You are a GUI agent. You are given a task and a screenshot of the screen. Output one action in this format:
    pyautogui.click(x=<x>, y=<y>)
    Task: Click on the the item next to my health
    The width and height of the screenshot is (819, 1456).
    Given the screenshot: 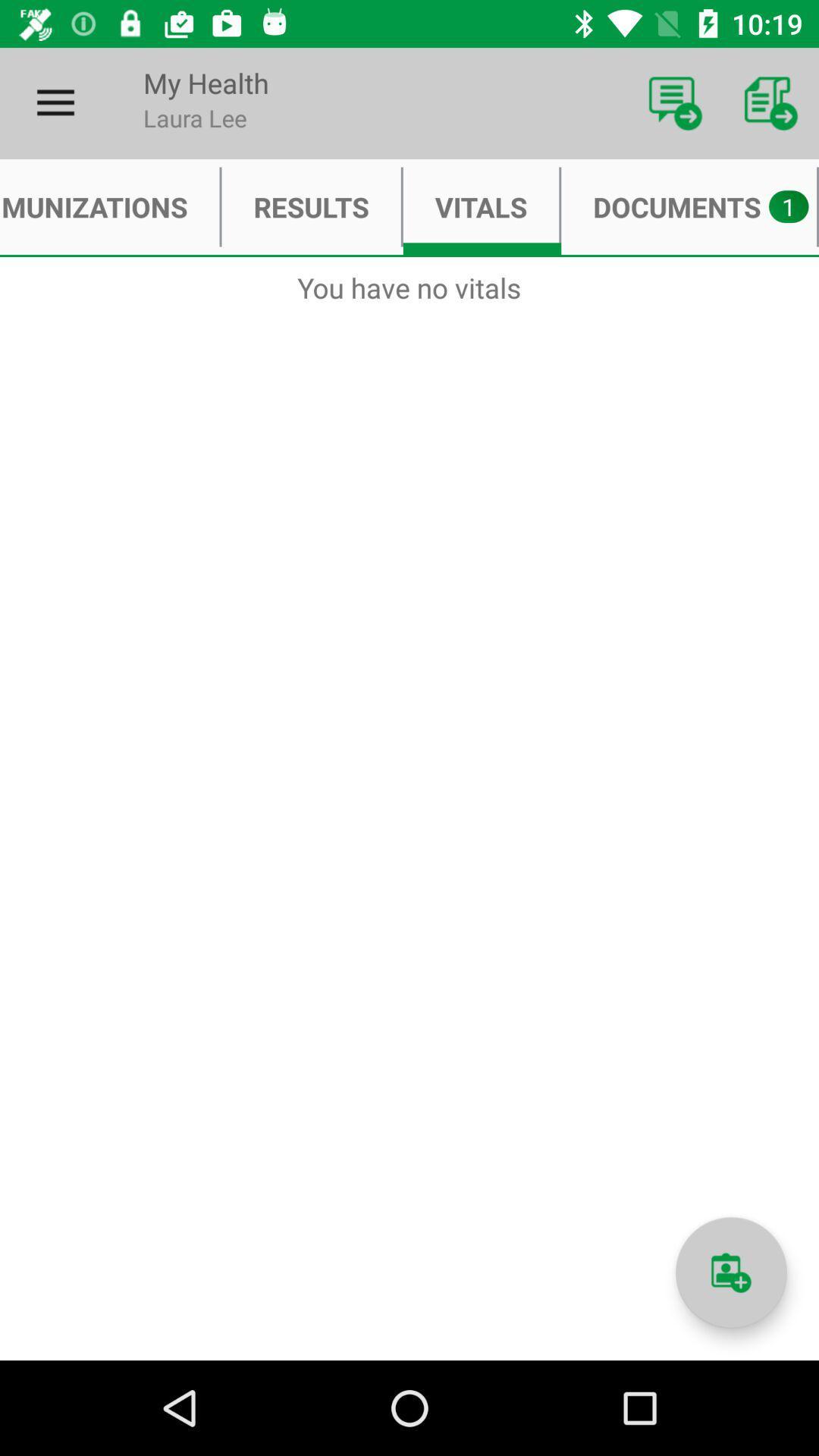 What is the action you would take?
    pyautogui.click(x=55, y=102)
    